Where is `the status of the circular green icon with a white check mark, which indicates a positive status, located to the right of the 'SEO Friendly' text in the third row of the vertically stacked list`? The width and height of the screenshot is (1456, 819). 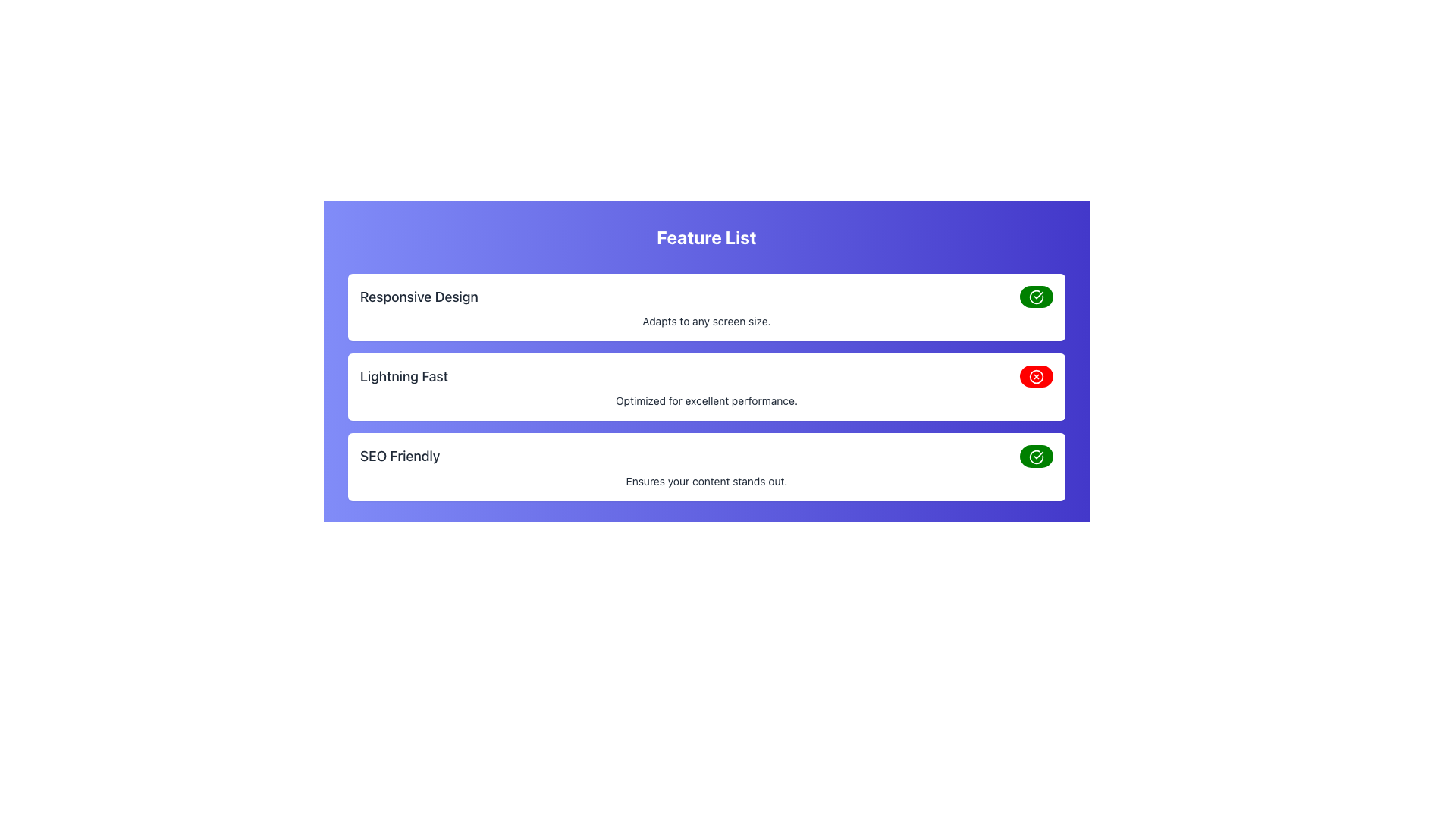
the status of the circular green icon with a white check mark, which indicates a positive status, located to the right of the 'SEO Friendly' text in the third row of the vertically stacked list is located at coordinates (1036, 455).